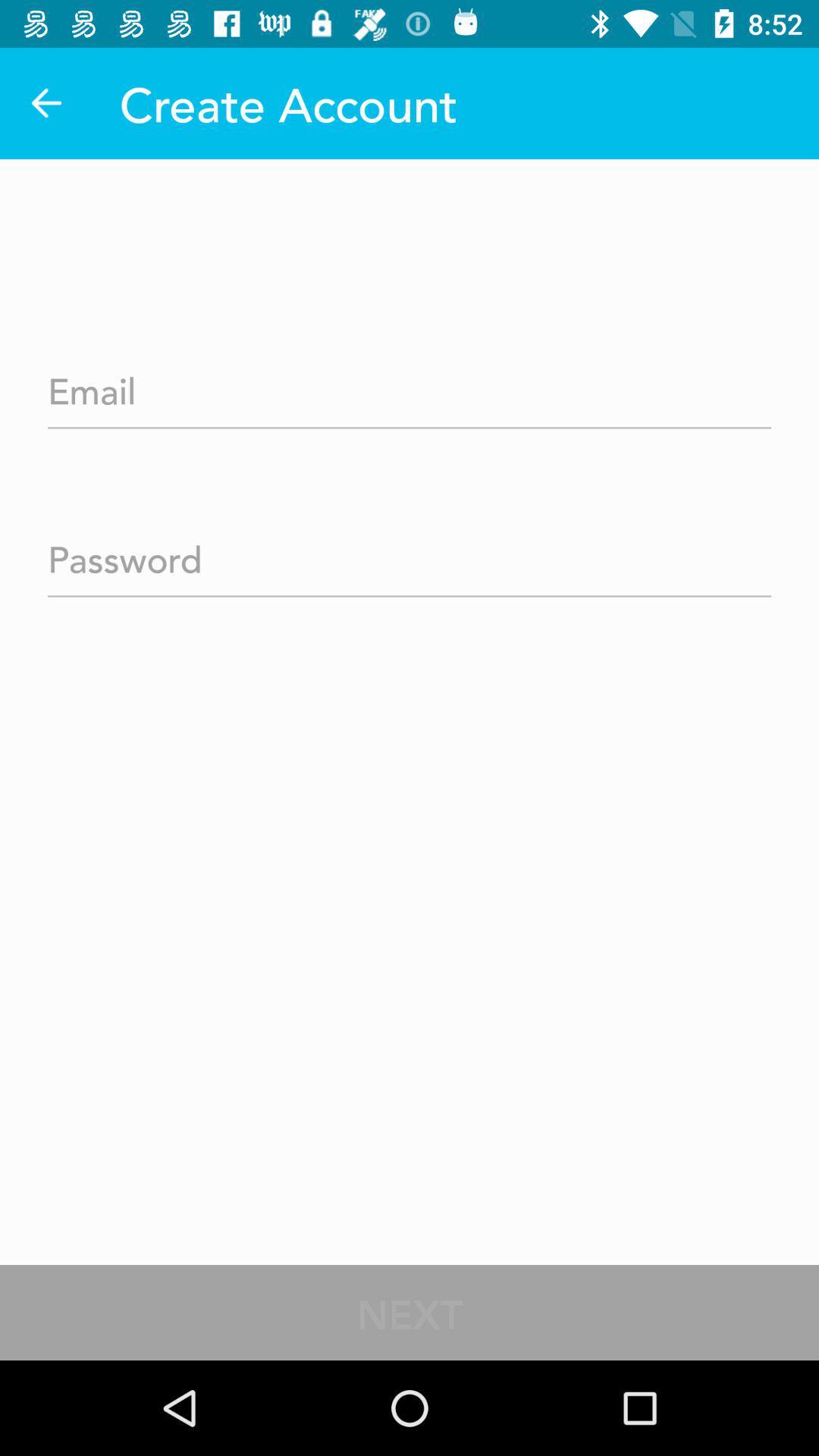 This screenshot has height=1456, width=819. I want to click on the next item, so click(409, 1312).